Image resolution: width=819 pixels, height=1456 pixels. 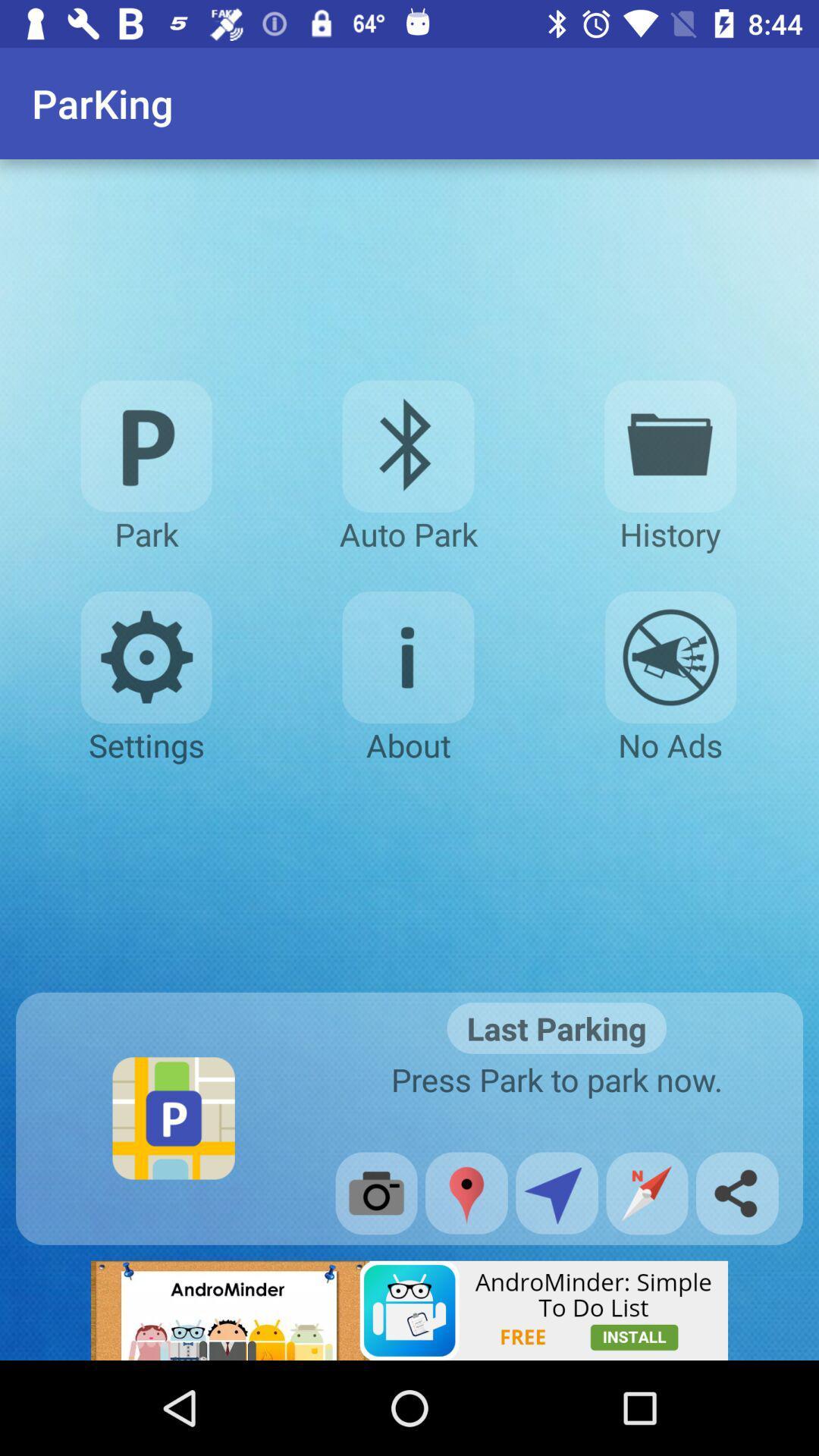 I want to click on the explore icon, so click(x=647, y=1192).